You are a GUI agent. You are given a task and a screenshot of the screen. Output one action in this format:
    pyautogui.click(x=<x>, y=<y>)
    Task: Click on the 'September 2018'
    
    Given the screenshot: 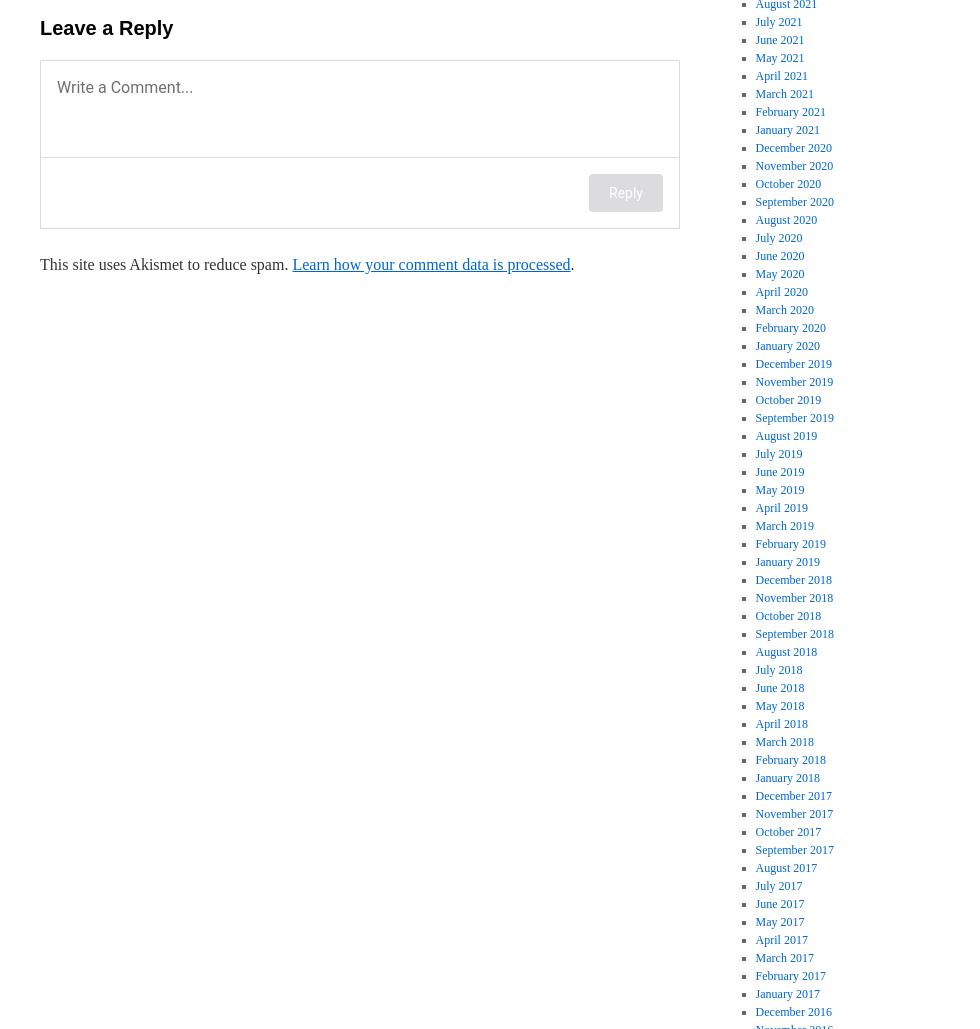 What is the action you would take?
    pyautogui.click(x=793, y=633)
    